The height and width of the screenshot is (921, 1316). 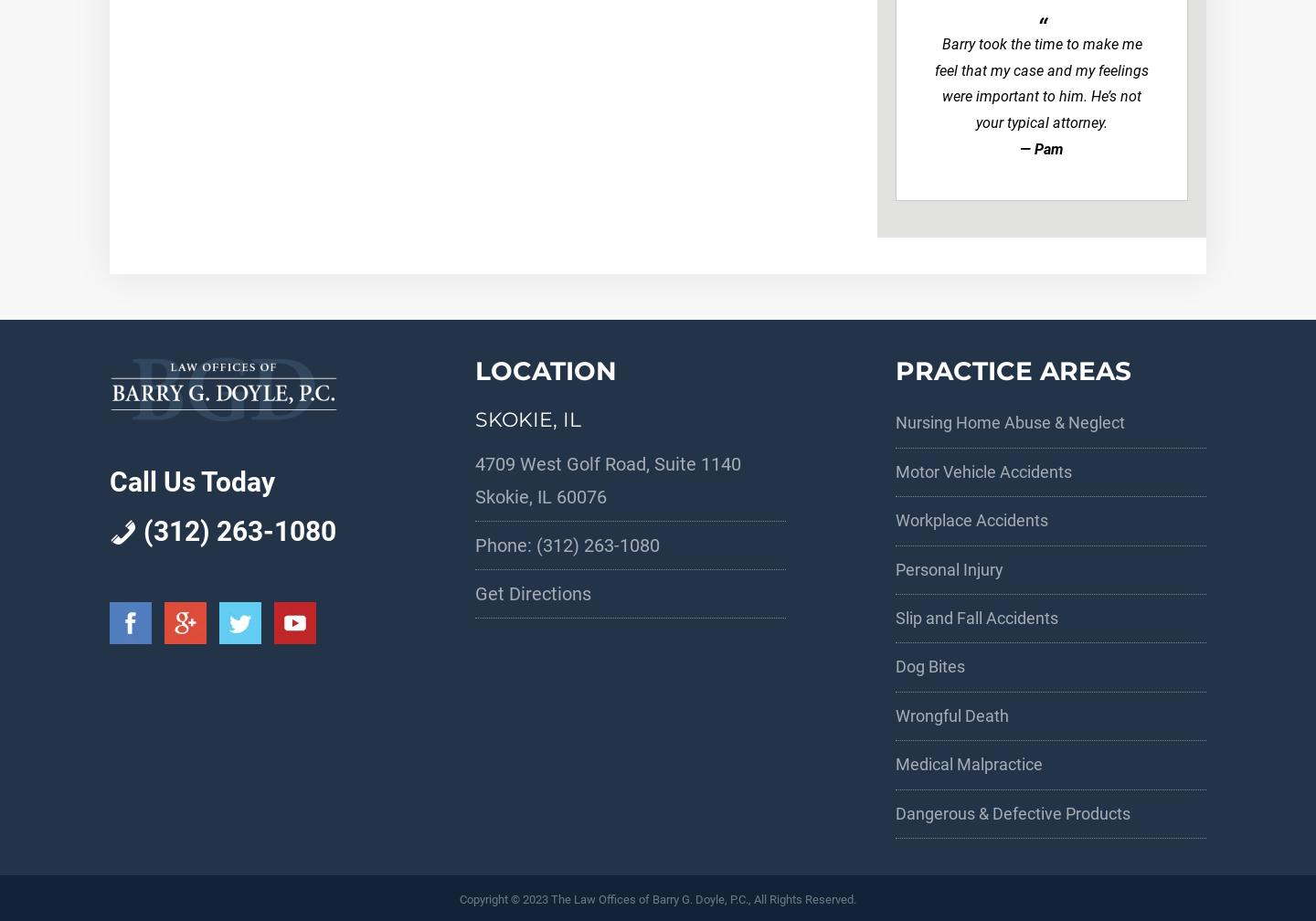 What do you see at coordinates (533, 496) in the screenshot?
I see `','` at bounding box center [533, 496].